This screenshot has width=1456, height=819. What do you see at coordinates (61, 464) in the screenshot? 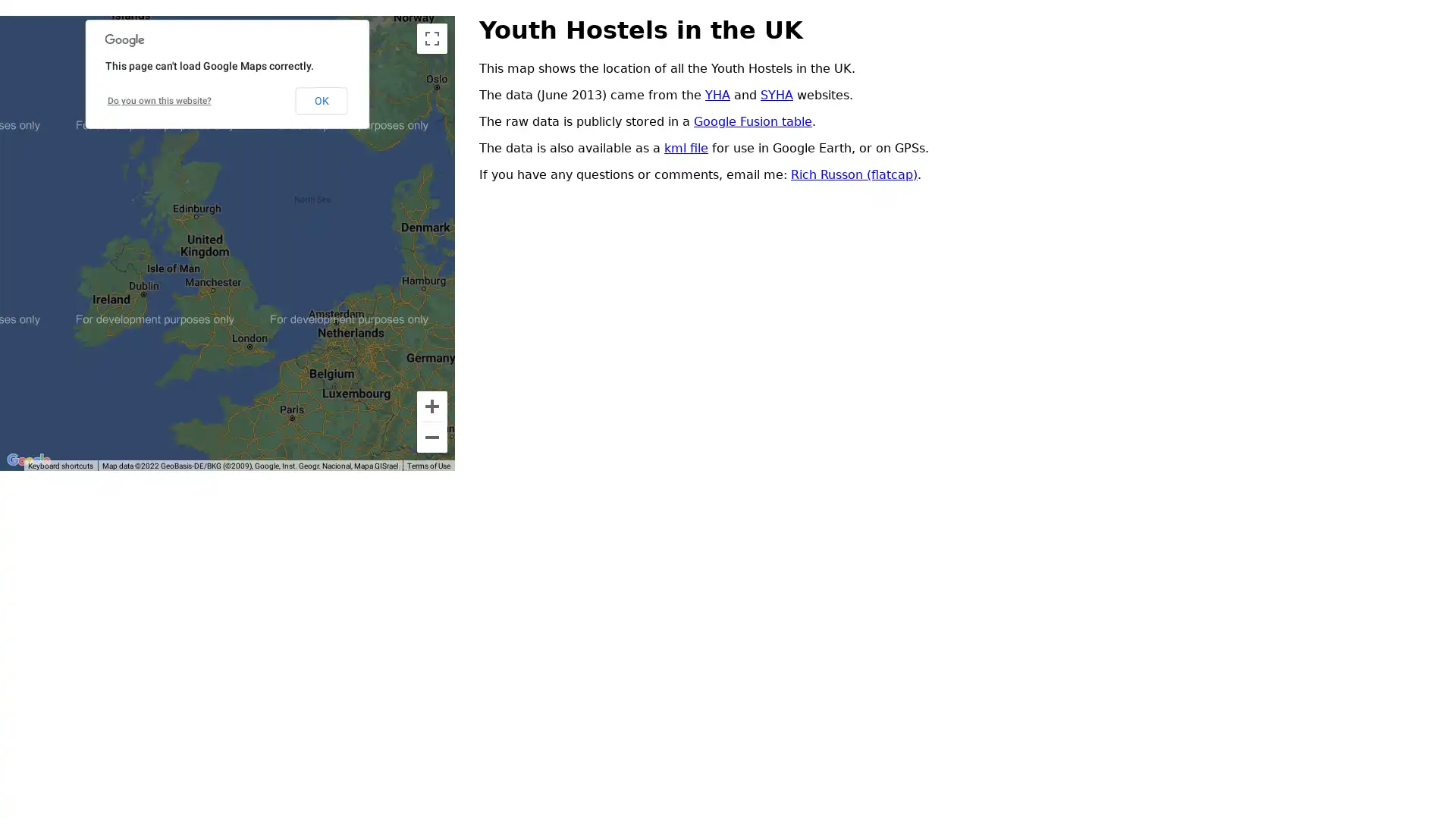
I see `Keyboard shortcuts` at bounding box center [61, 464].